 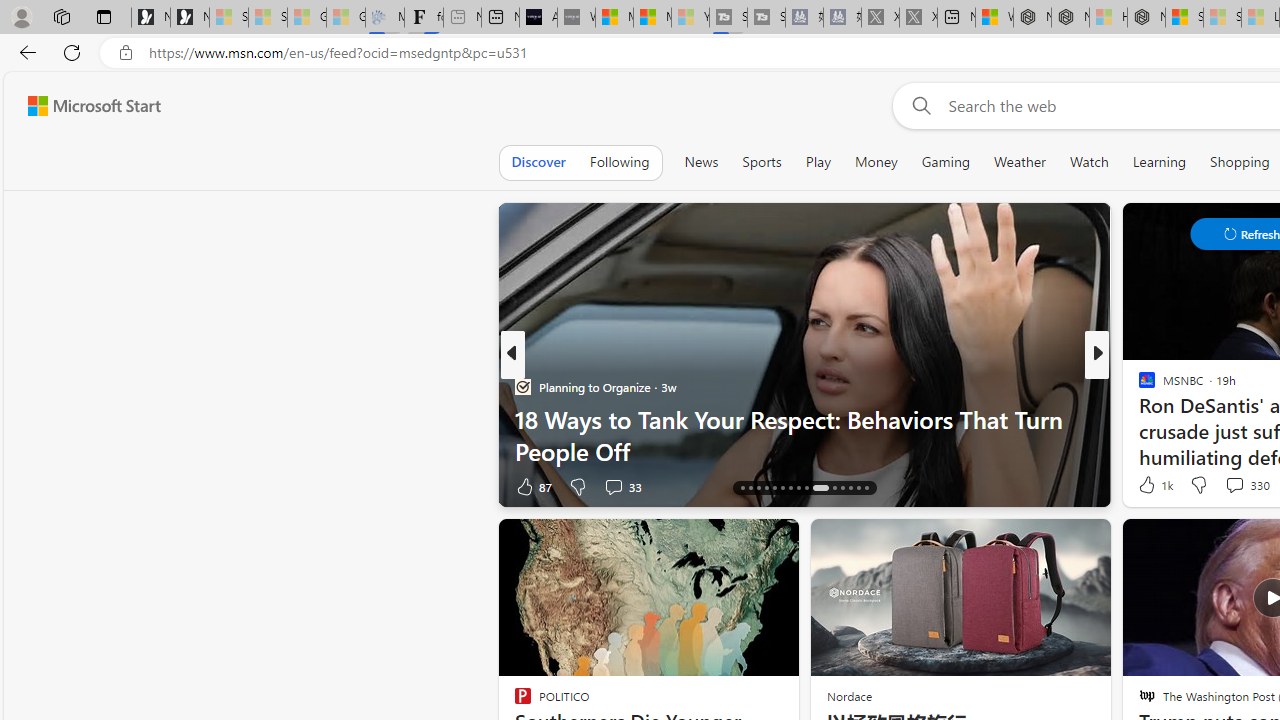 I want to click on 'Gaming', so click(x=944, y=161).